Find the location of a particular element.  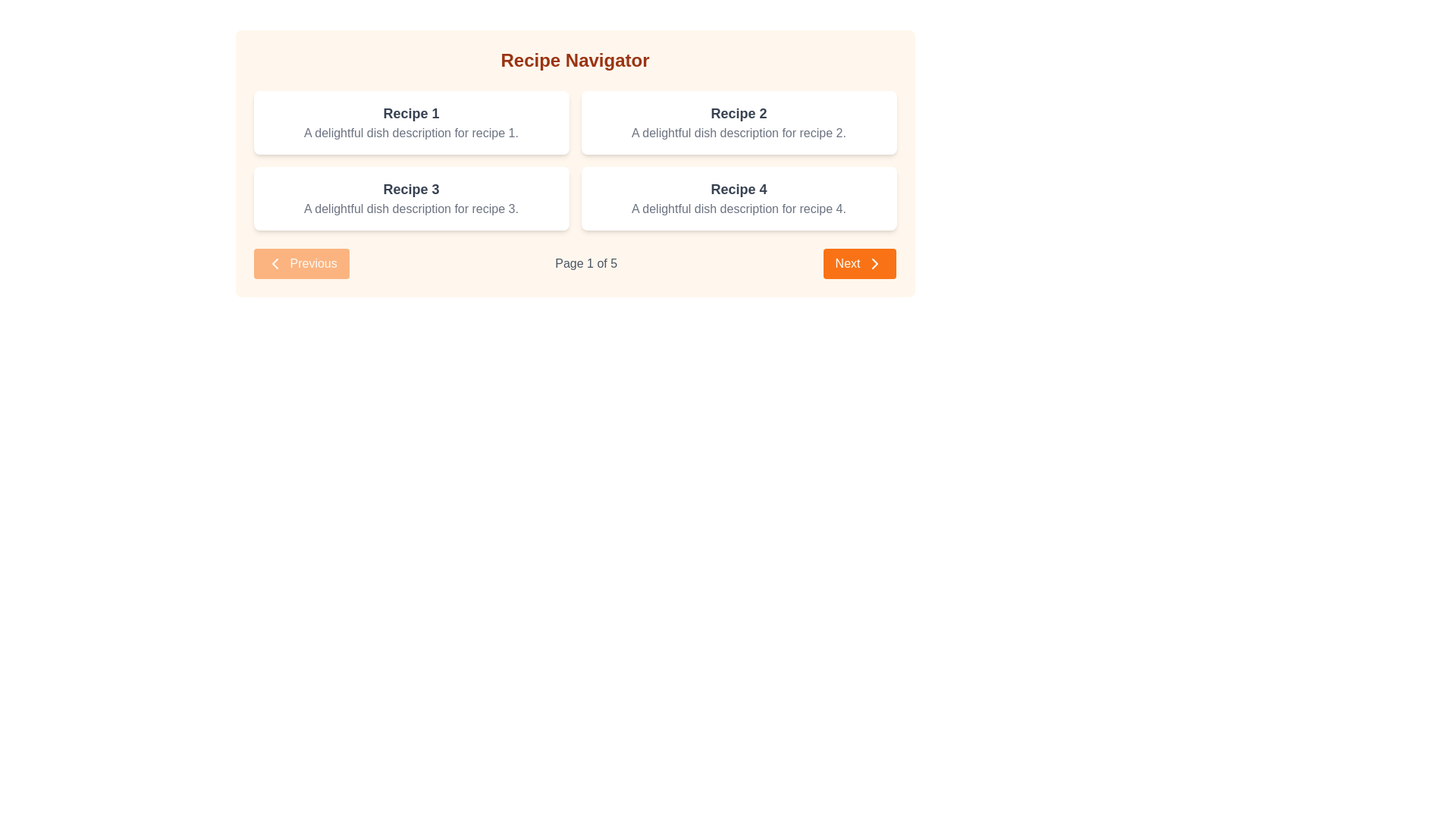

the text label displaying 'Recipe 2', which is styled in bold and medium gray, located in the upper half of the second recipe card within the 'Recipe Navigator' interface is located at coordinates (739, 113).